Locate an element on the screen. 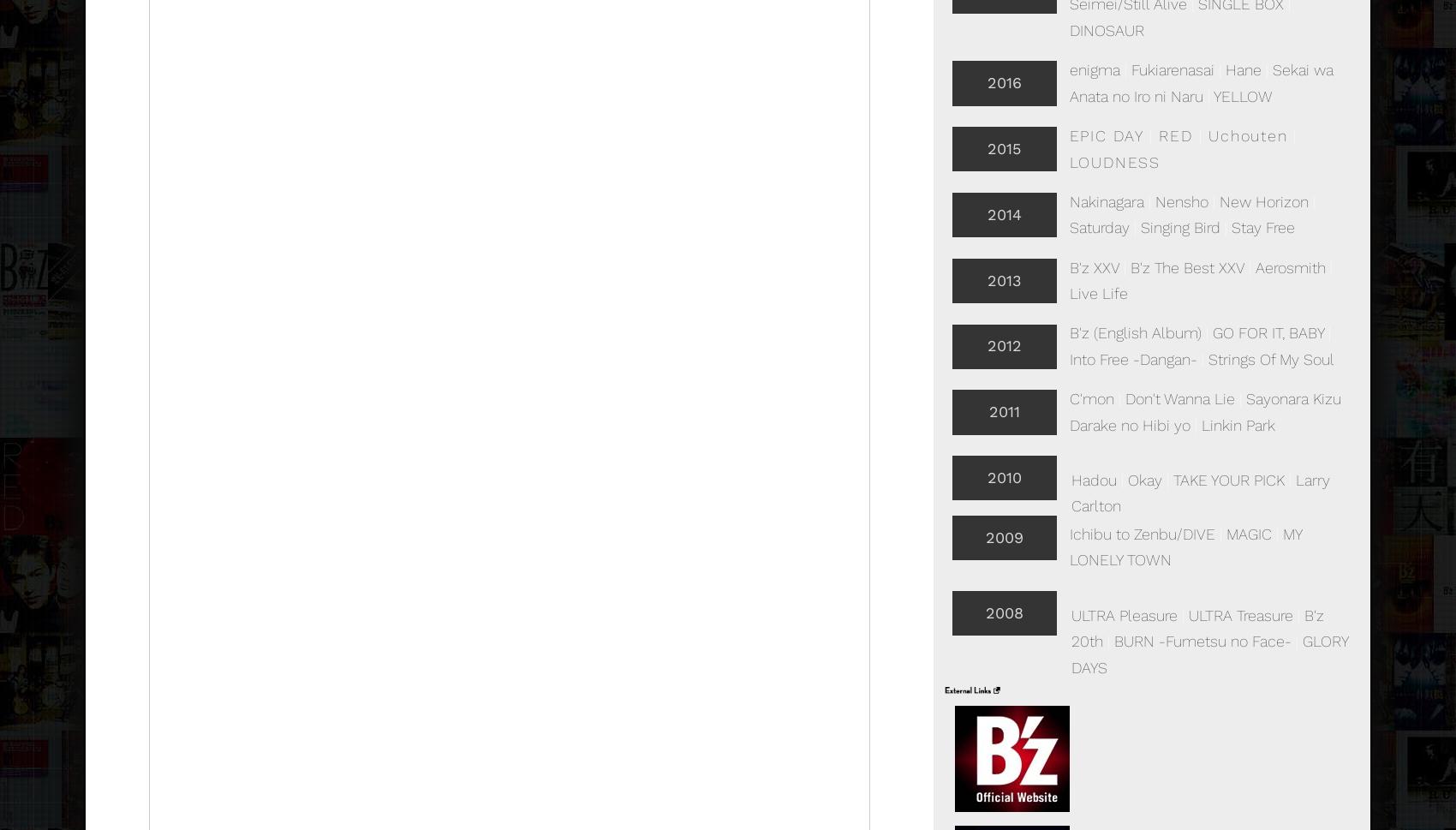  'Hadou' is located at coordinates (1094, 479).